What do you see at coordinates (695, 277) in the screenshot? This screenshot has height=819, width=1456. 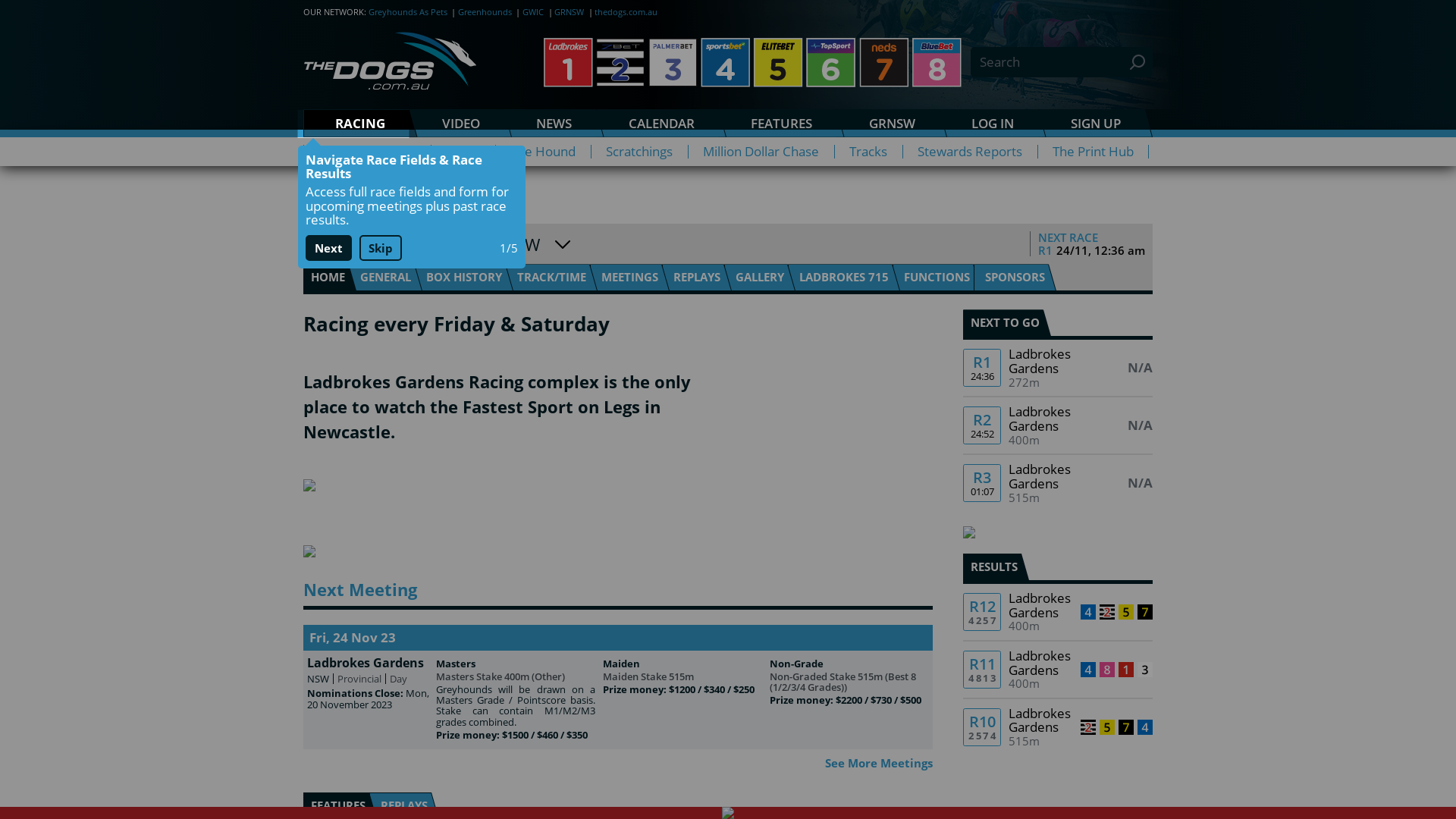 I see `'REPLAYS'` at bounding box center [695, 277].